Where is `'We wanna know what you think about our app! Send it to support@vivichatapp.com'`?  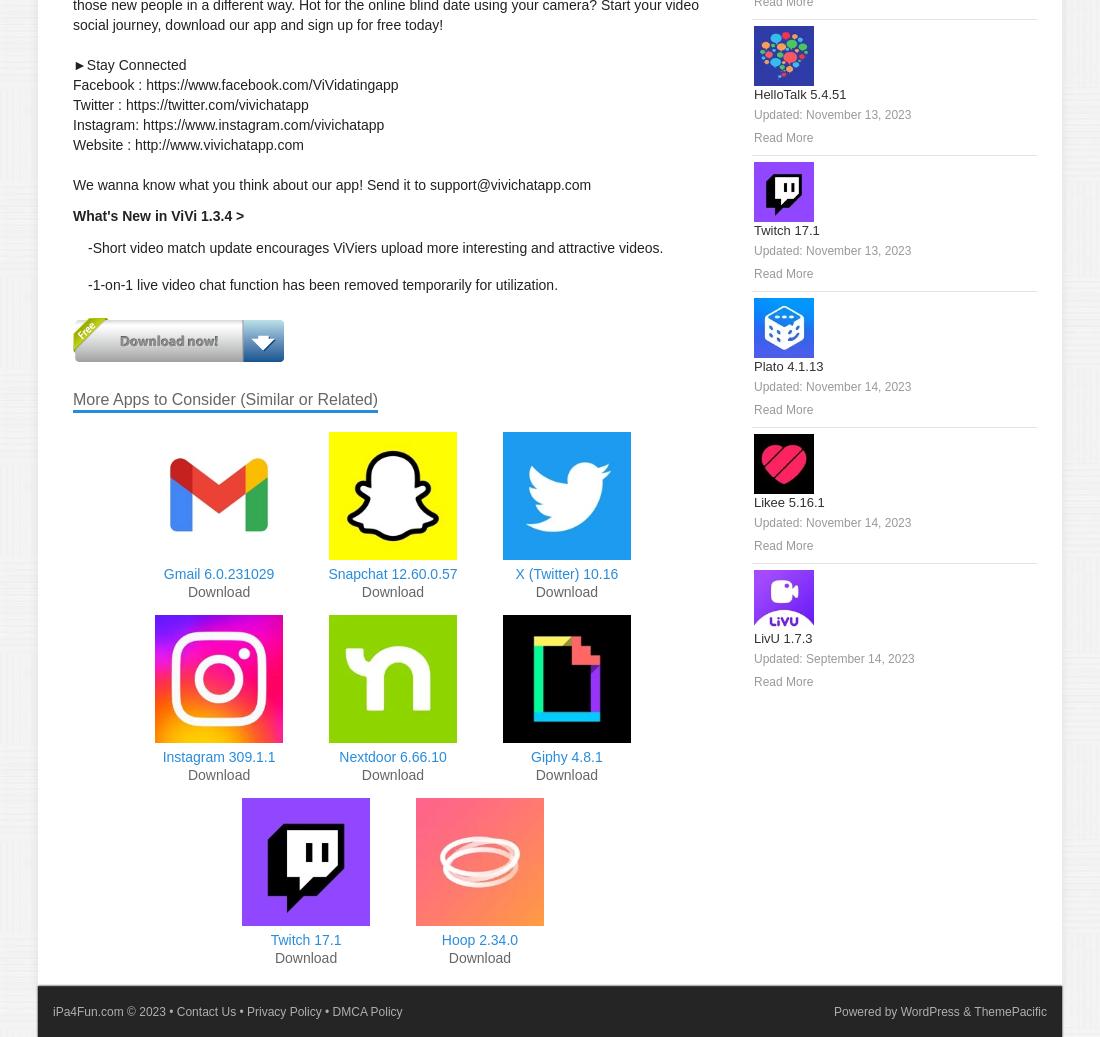
'We wanna know what you think about our app! Send it to support@vivichatapp.com' is located at coordinates (330, 184).